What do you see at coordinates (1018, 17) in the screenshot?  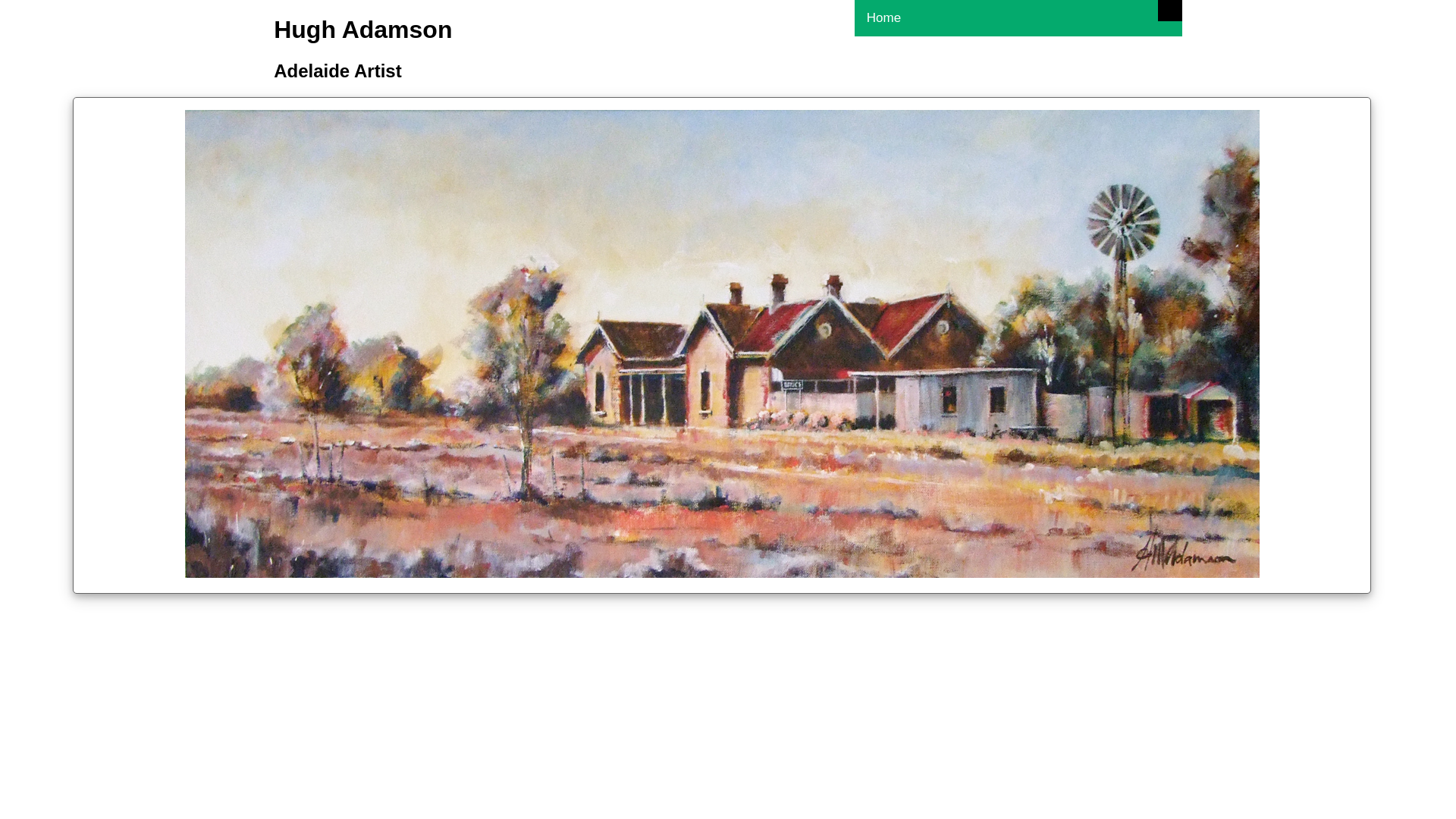 I see `'Home'` at bounding box center [1018, 17].